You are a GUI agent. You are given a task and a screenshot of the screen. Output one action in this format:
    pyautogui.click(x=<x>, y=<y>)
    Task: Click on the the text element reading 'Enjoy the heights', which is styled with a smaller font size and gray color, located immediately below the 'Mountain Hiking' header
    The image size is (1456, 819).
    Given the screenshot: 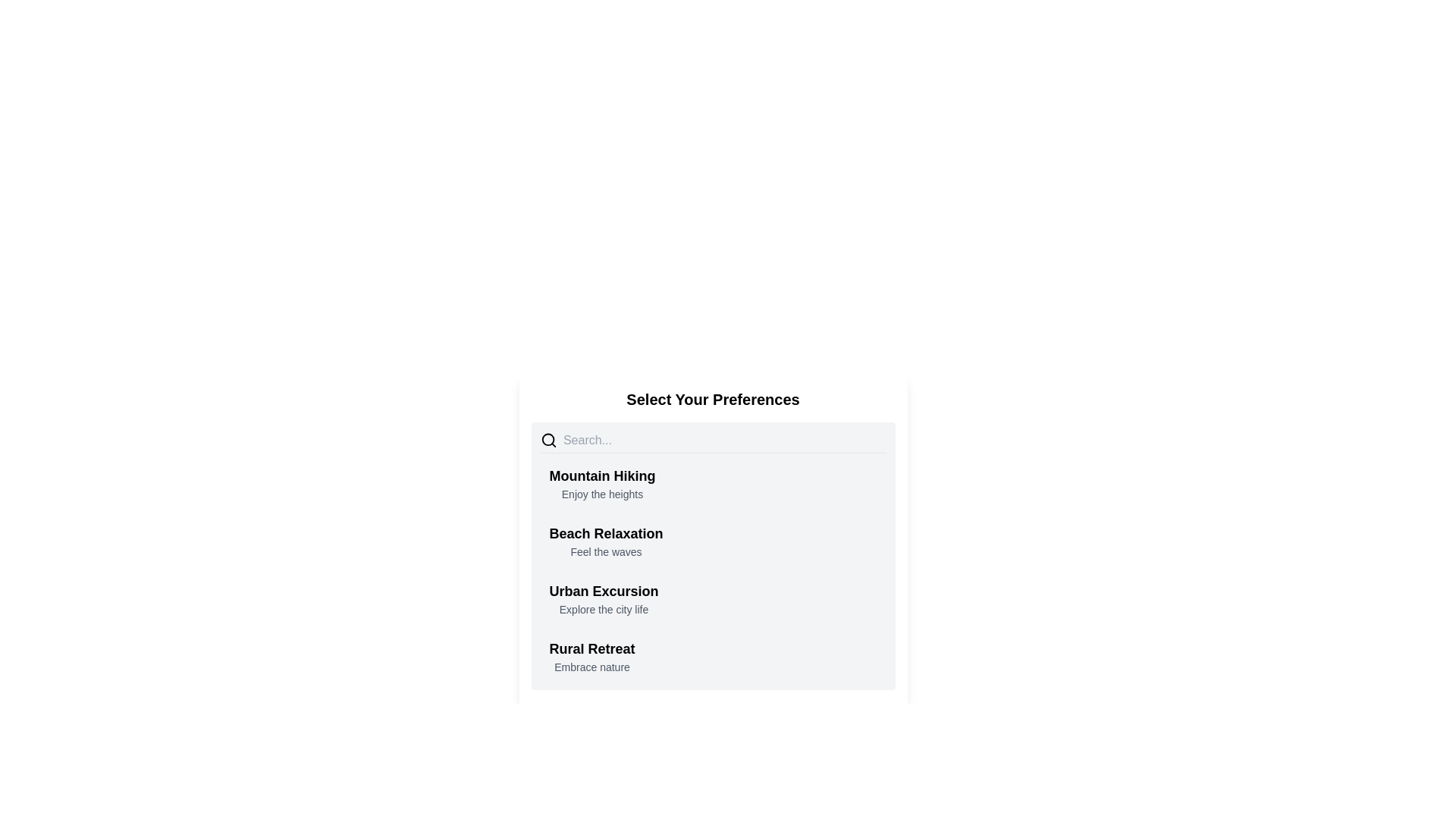 What is the action you would take?
    pyautogui.click(x=601, y=494)
    